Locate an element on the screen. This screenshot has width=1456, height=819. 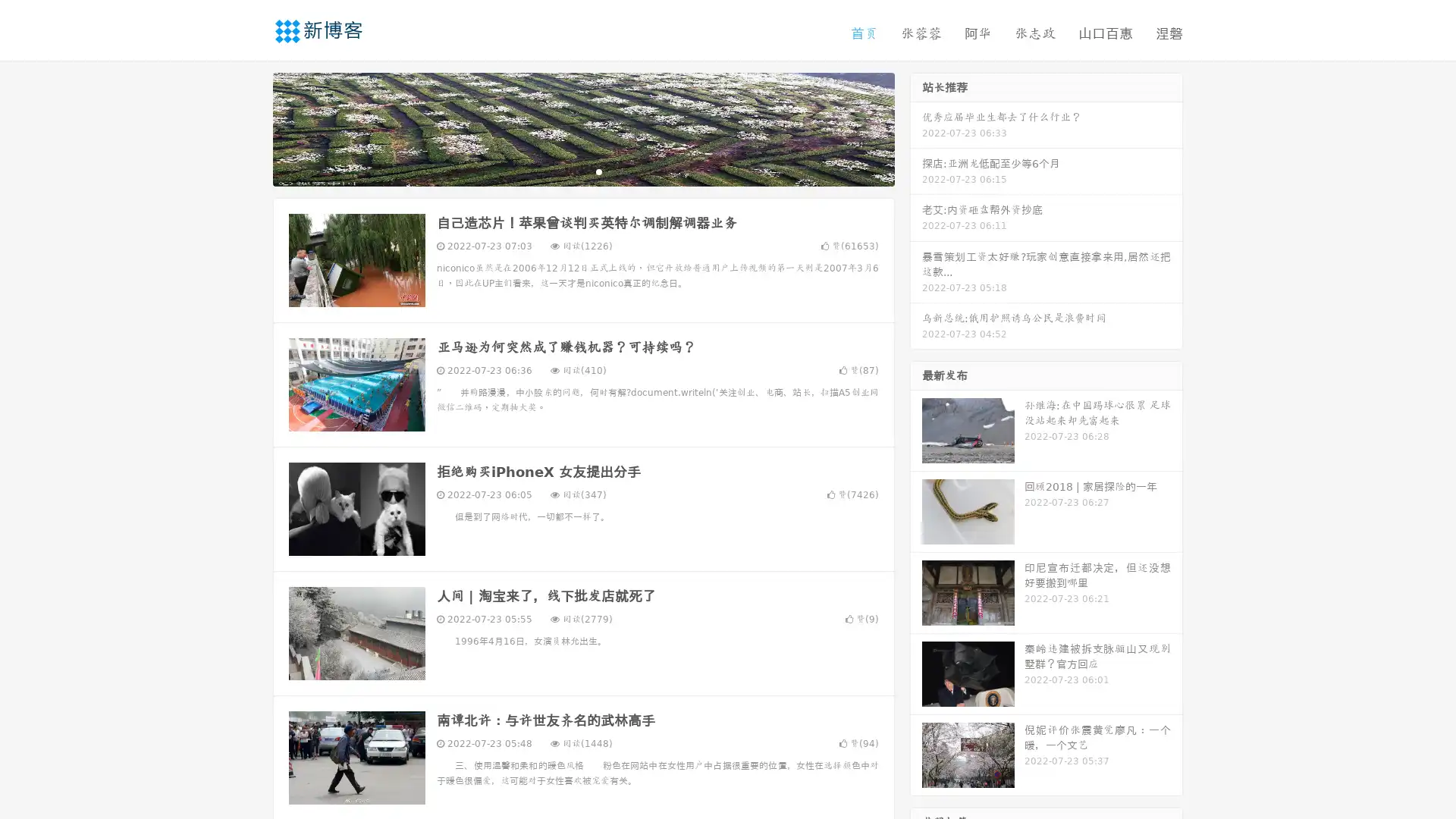
Go to slide 1 is located at coordinates (567, 171).